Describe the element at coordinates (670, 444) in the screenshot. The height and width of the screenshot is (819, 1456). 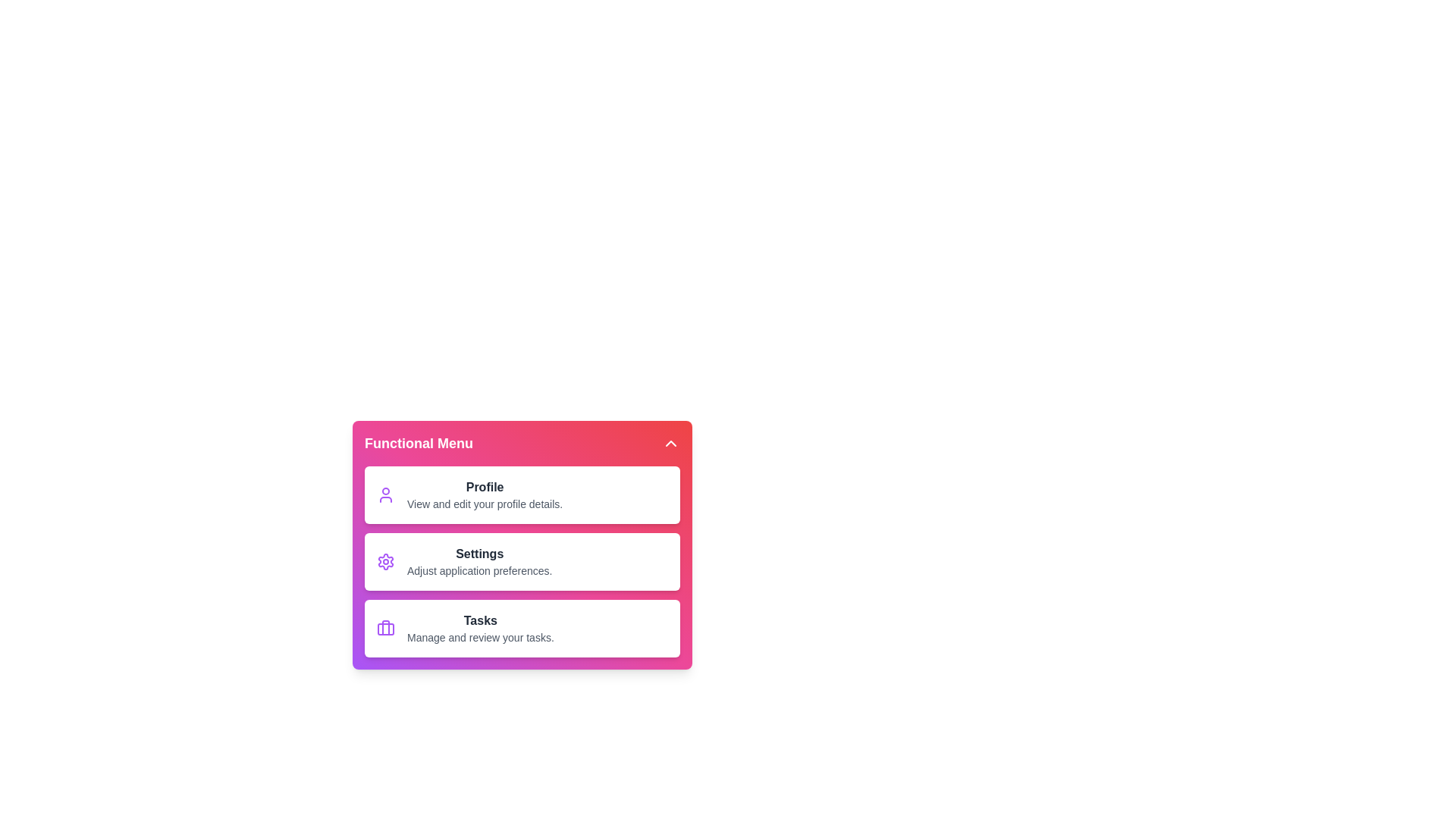
I see `the toggle button in the header to toggle the menu visibility` at that location.